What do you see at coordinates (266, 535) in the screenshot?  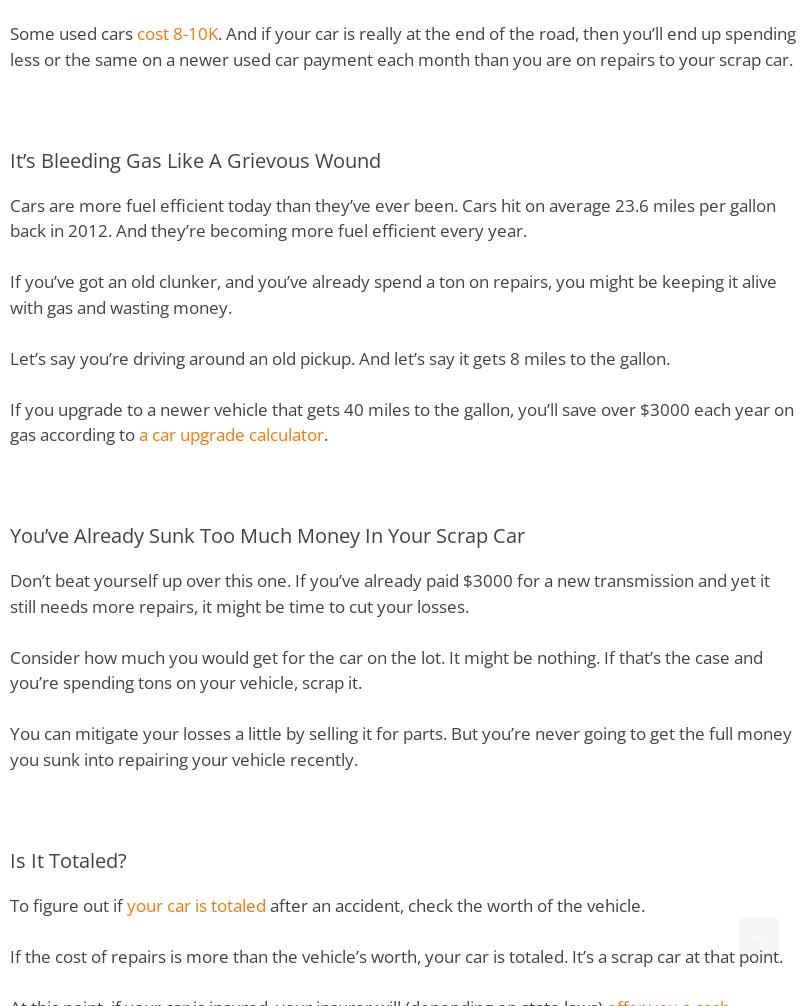 I see `'You’ve Already Sunk Too Much Money In Your Scrap Car'` at bounding box center [266, 535].